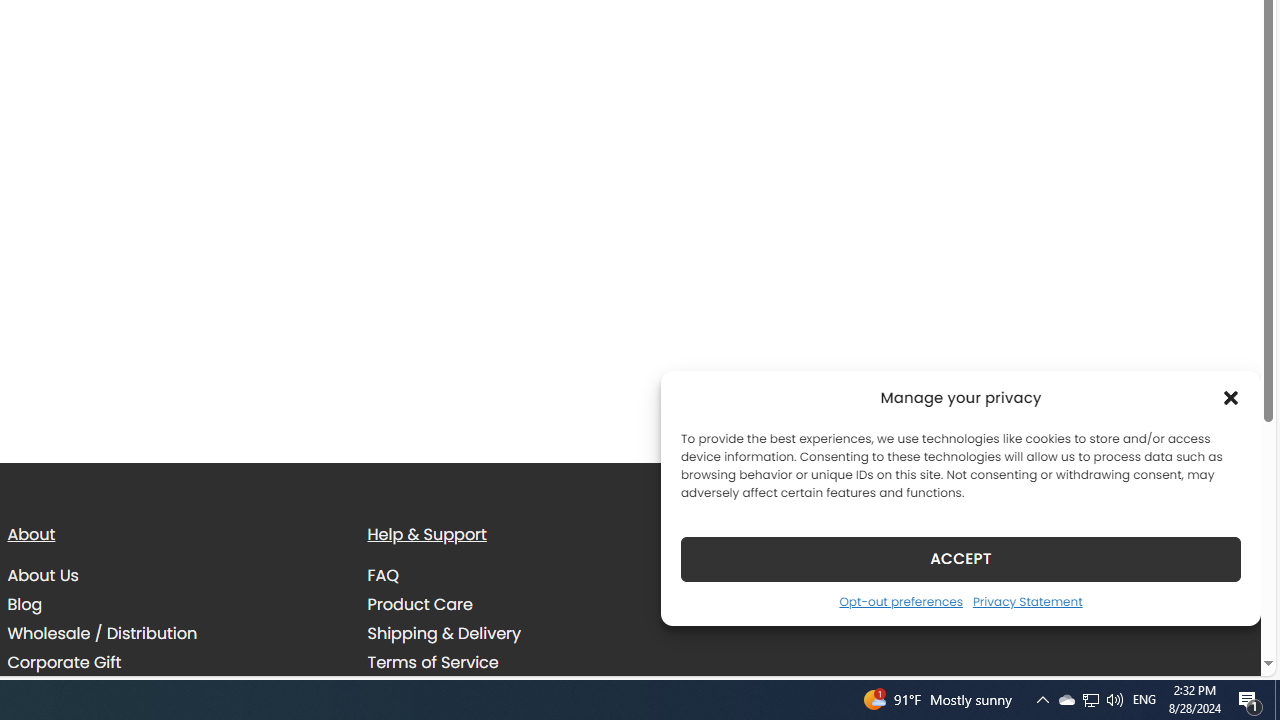 This screenshot has width=1280, height=720. I want to click on 'Shipping & Delivery', so click(443, 633).